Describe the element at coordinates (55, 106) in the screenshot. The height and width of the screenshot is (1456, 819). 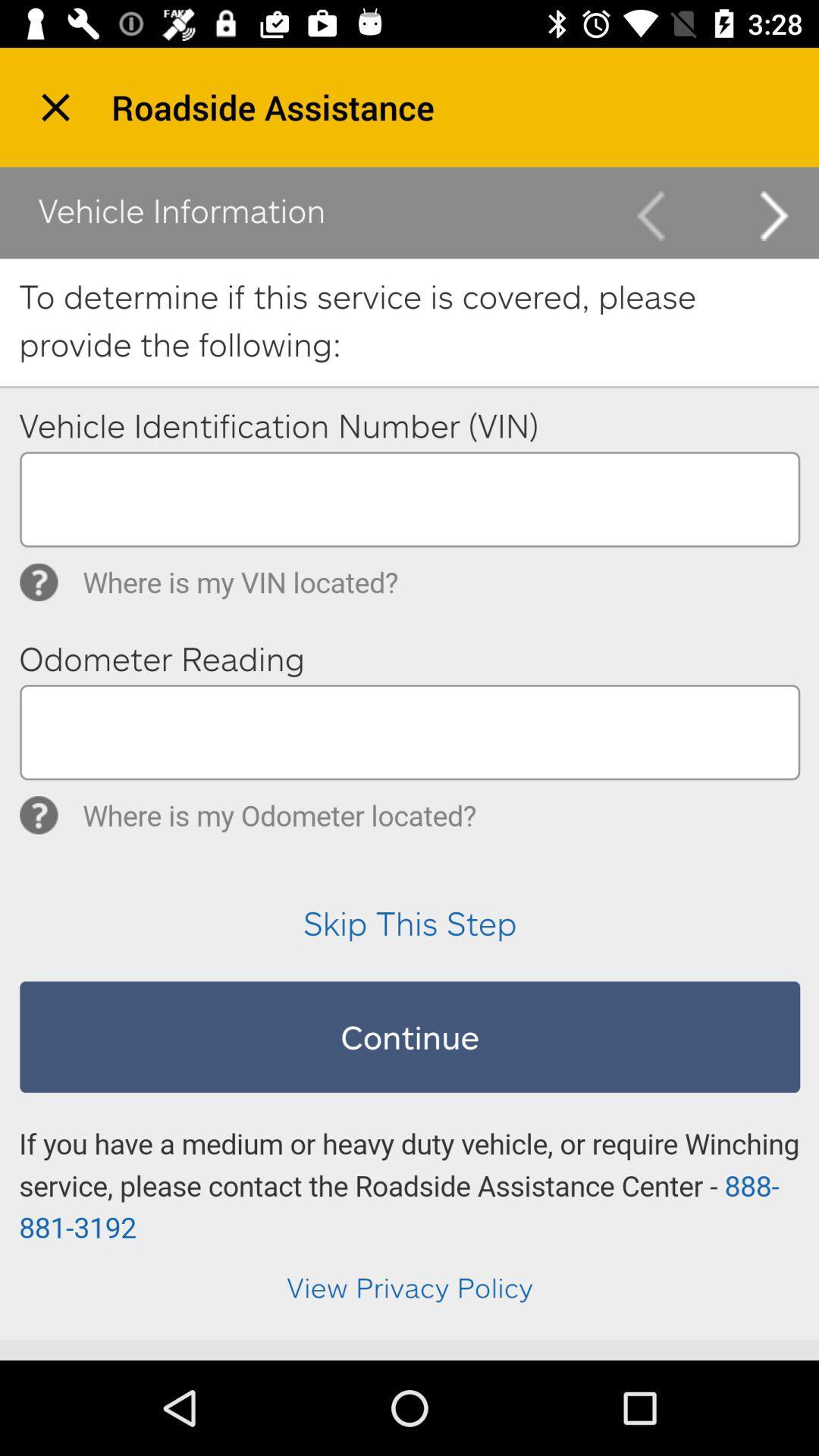
I see `the close icon` at that location.